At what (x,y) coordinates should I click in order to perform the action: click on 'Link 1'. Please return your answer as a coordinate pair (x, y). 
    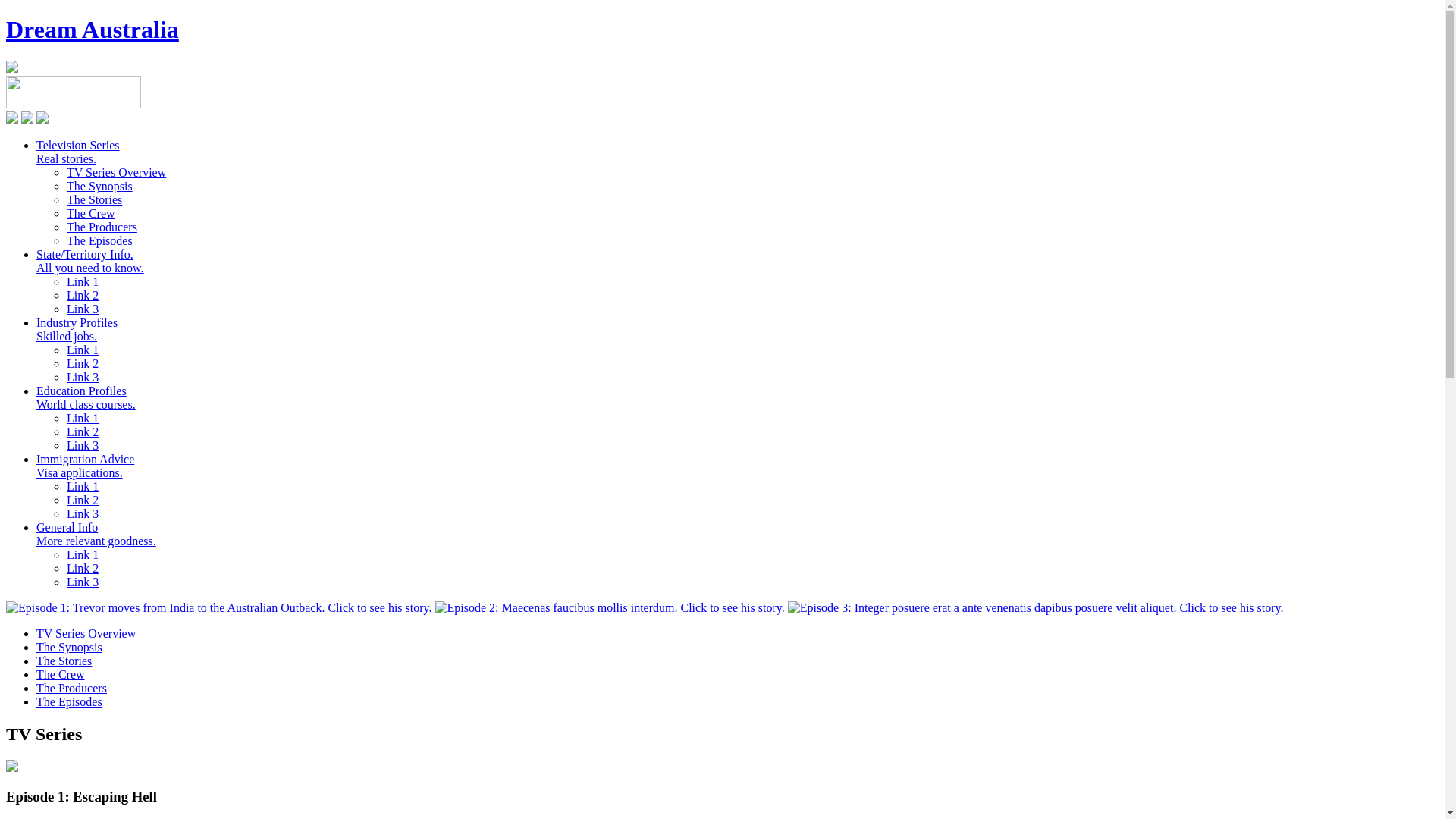
    Looking at the image, I should click on (82, 350).